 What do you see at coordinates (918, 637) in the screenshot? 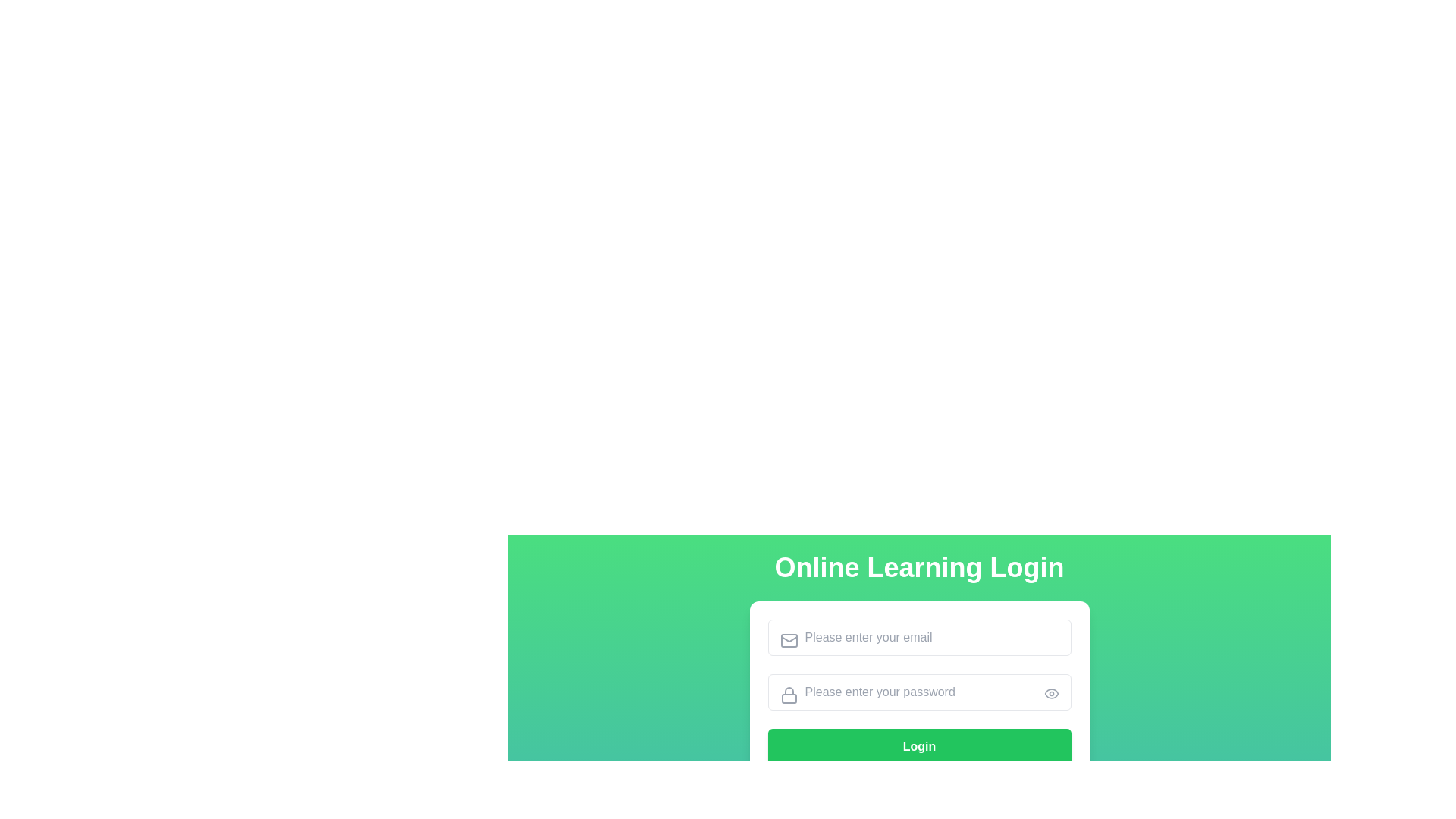
I see `the email input field located beneath the 'Online Learning Login' heading to focus on it for entering an email address` at bounding box center [918, 637].